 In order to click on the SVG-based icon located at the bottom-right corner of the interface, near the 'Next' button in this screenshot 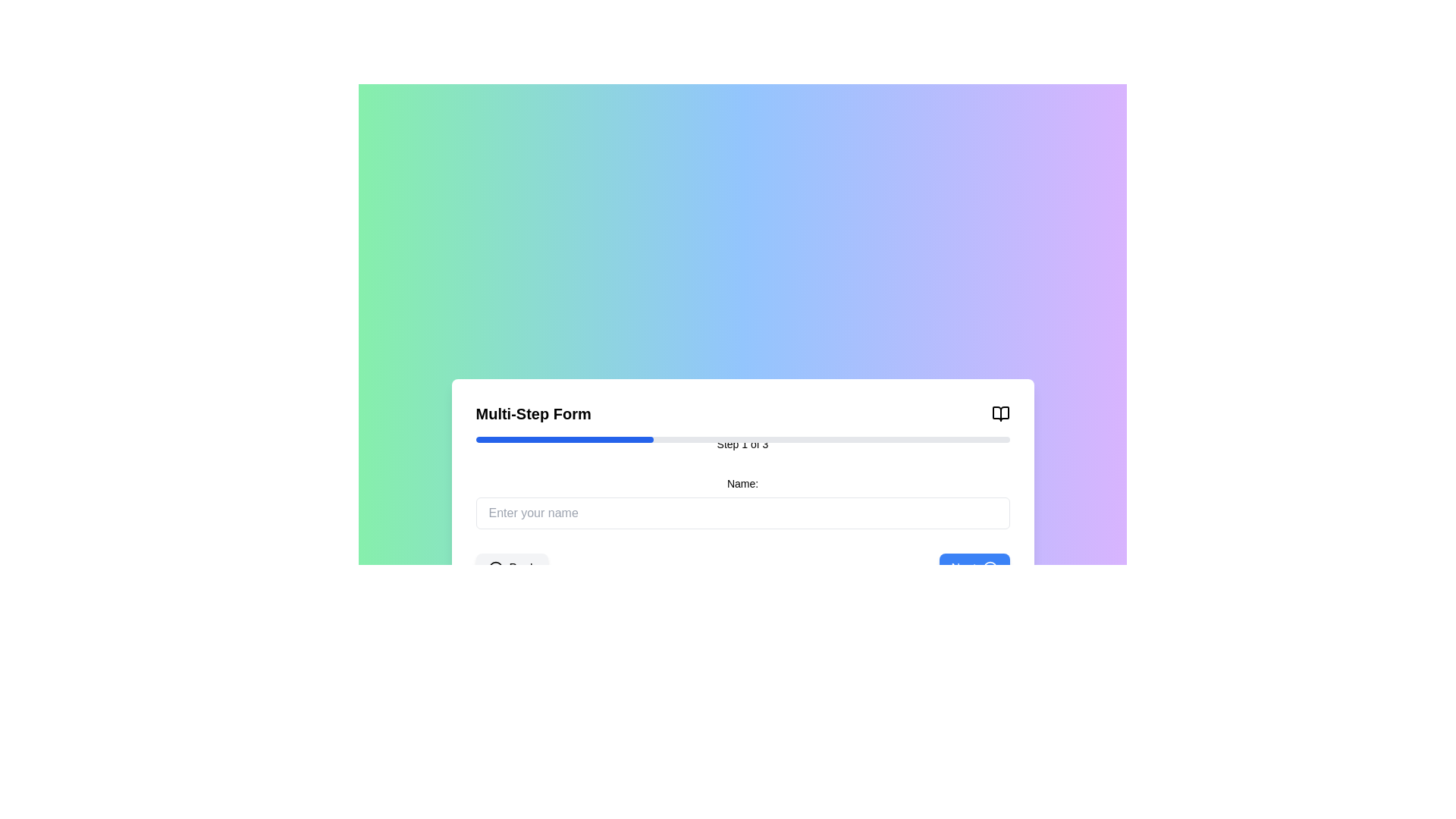, I will do `click(990, 568)`.